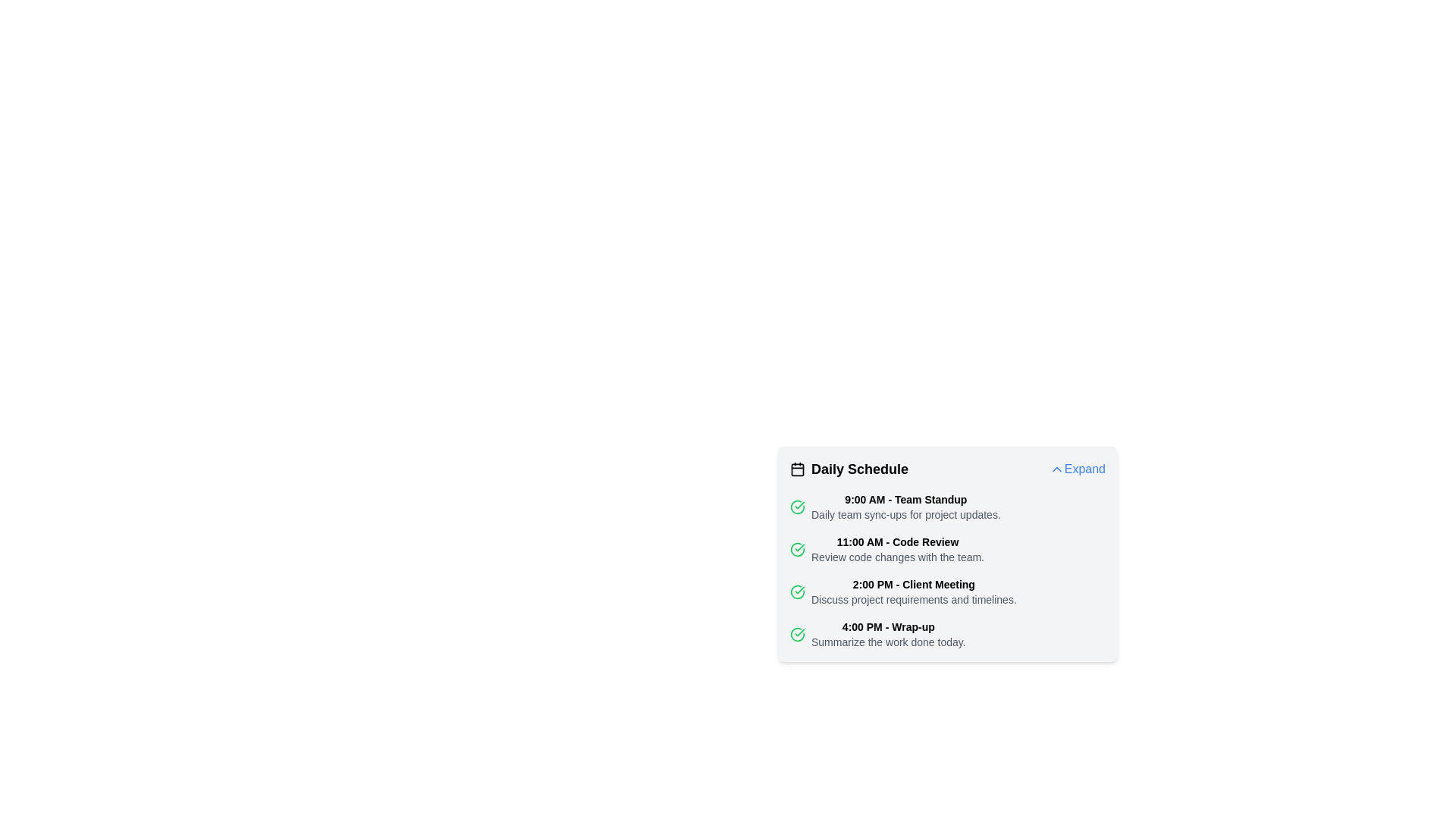 The width and height of the screenshot is (1456, 819). I want to click on the circular green outlined icon with a checkmark at its center, which represents a confirmation status, located to the left of the text '2:00 PM - Client Meeting', so click(796, 591).